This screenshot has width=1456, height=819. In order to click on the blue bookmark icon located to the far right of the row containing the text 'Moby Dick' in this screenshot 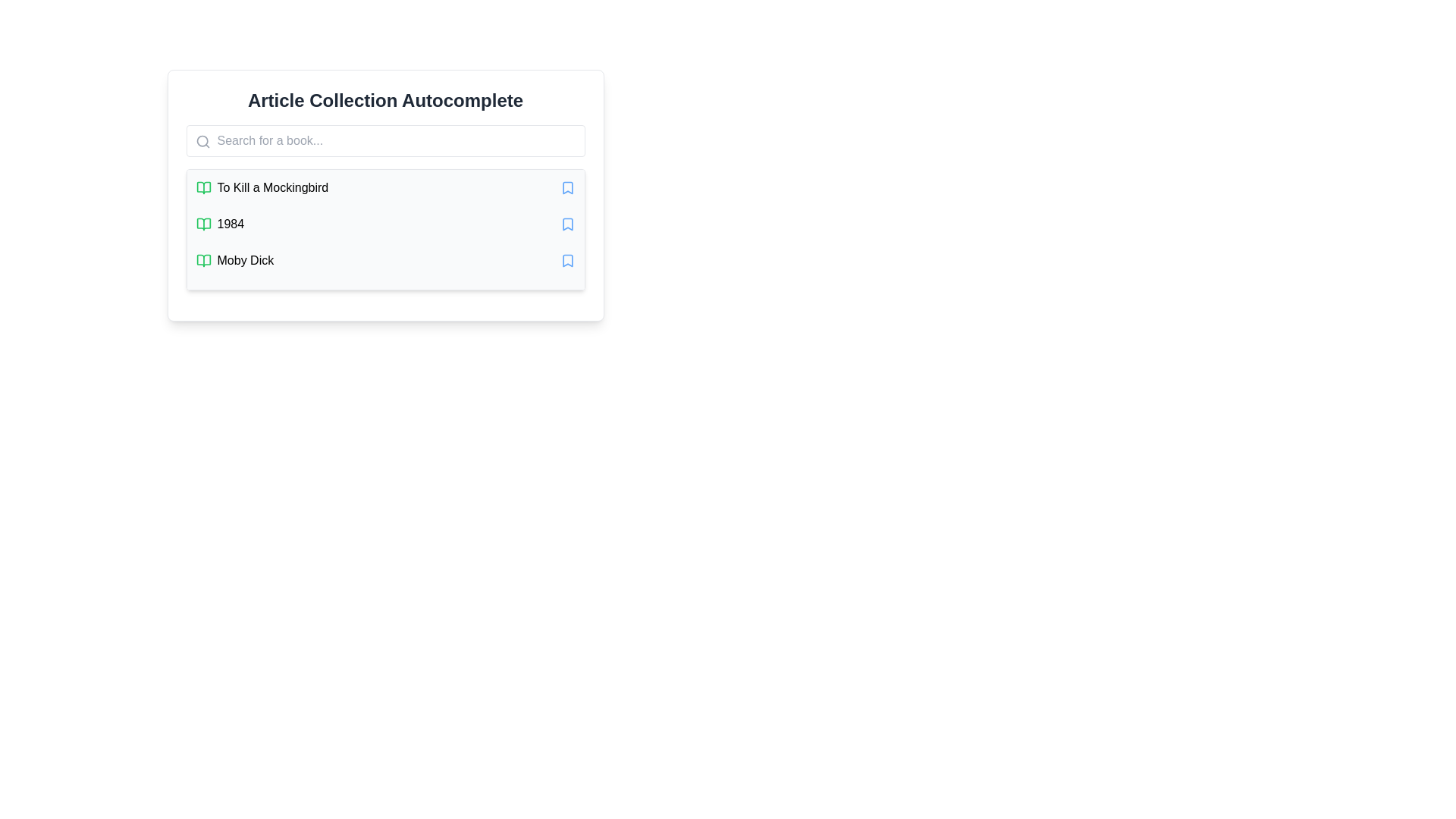, I will do `click(566, 259)`.